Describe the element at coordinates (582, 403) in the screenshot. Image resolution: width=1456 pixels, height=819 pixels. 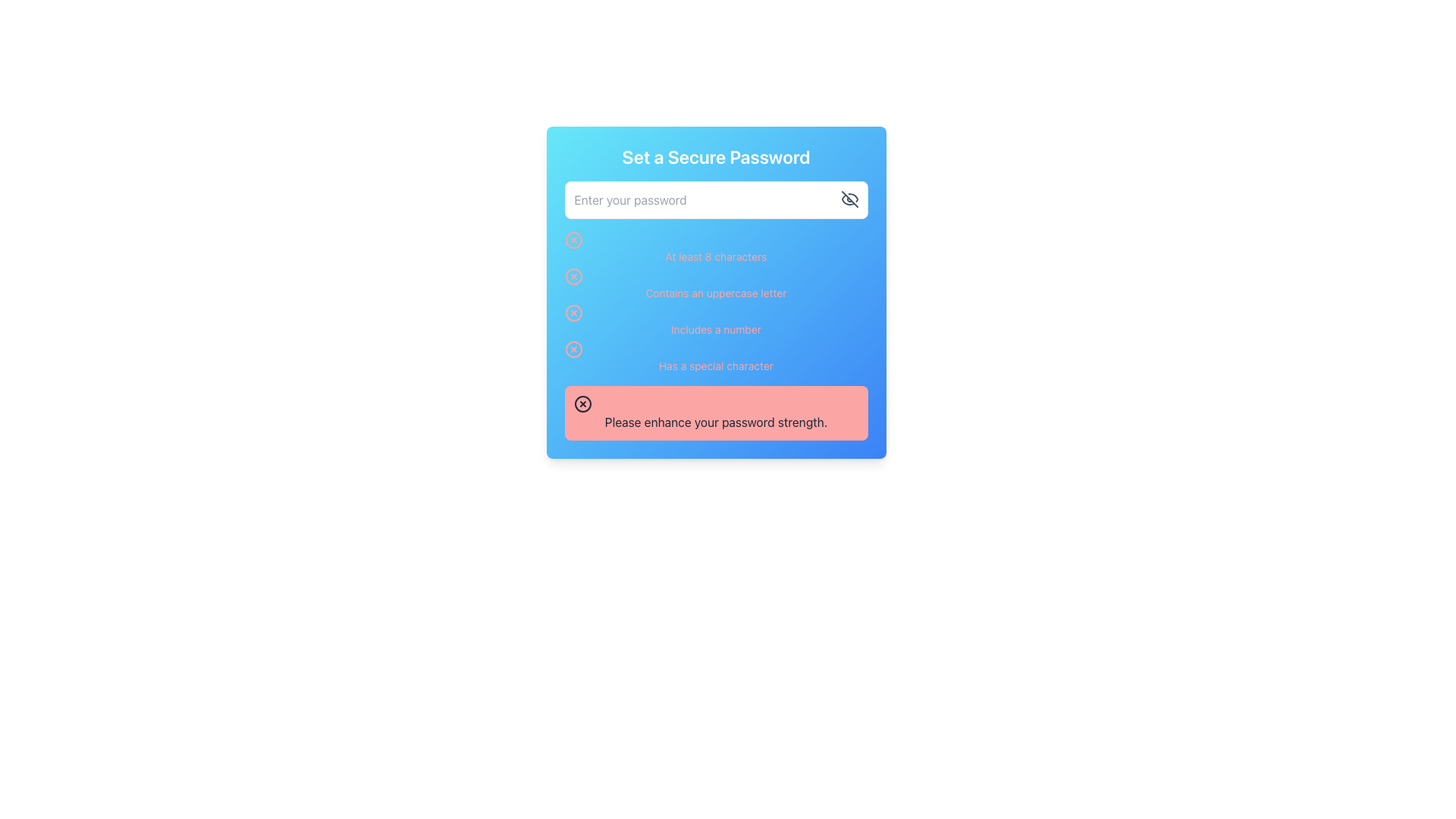
I see `the decorative circular visual indicator associated with the error message located in the lower error message box, near its left side` at that location.